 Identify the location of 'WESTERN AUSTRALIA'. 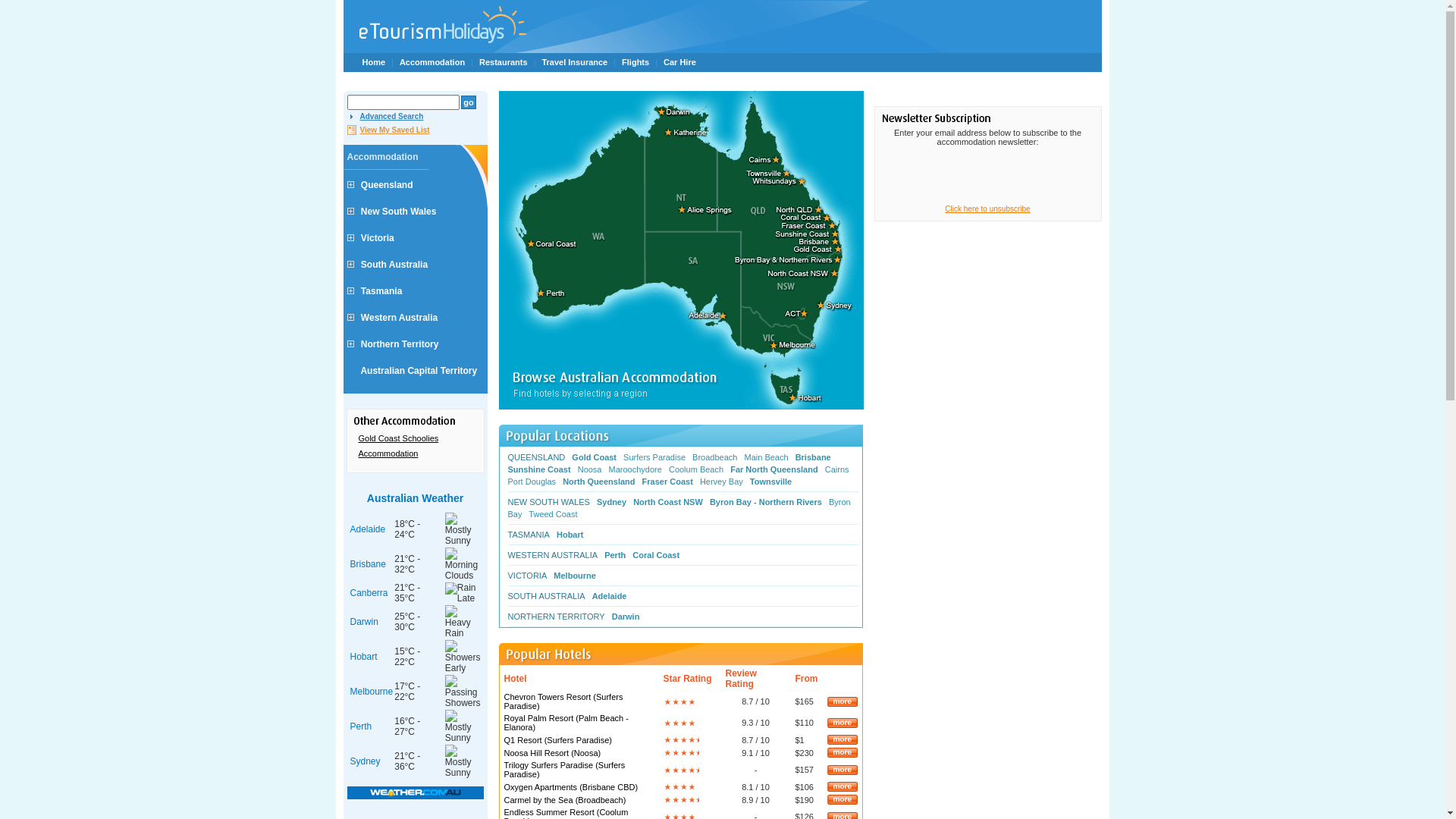
(508, 555).